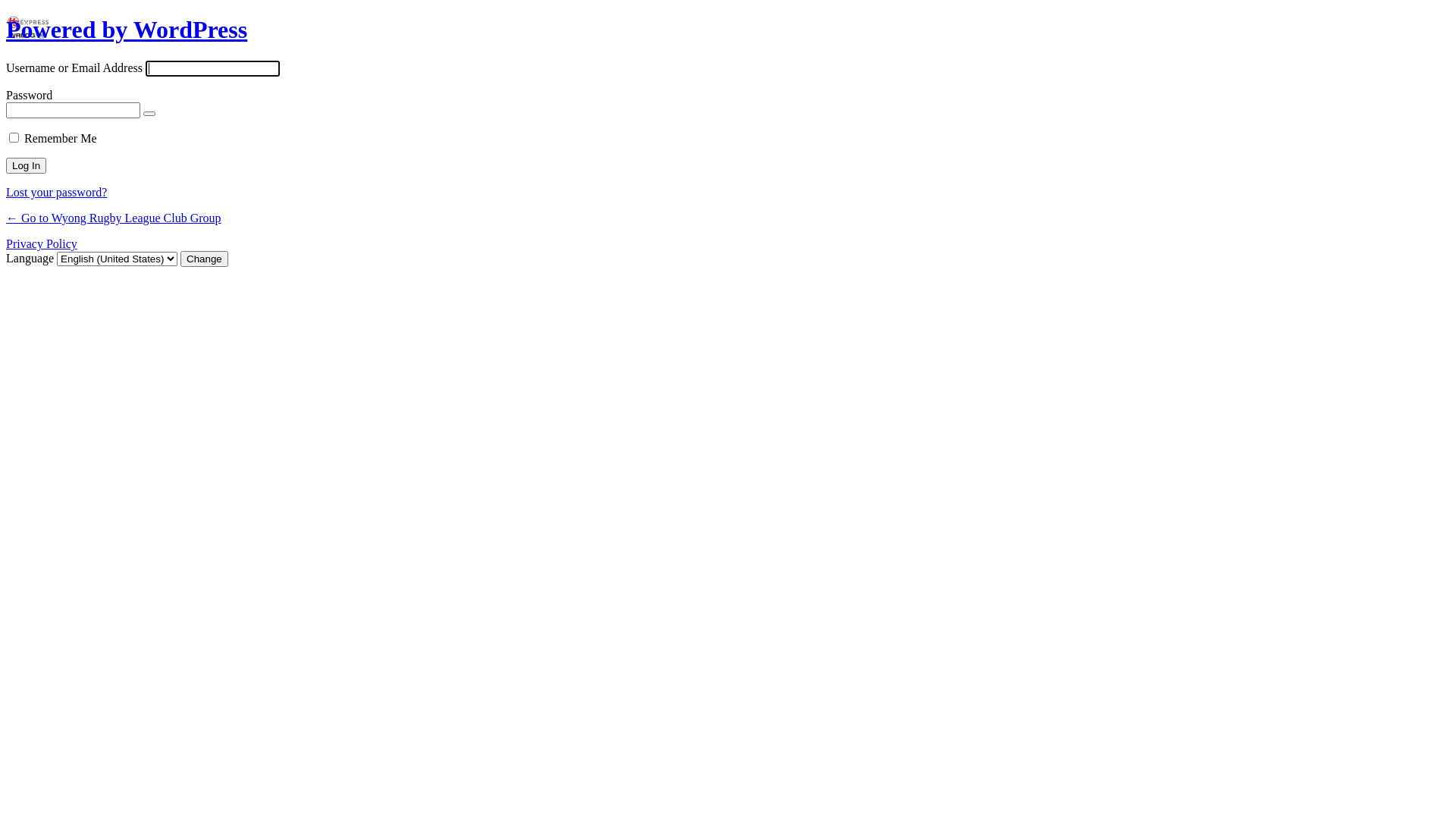 The width and height of the screenshot is (1456, 819). What do you see at coordinates (180, 258) in the screenshot?
I see `'Change'` at bounding box center [180, 258].